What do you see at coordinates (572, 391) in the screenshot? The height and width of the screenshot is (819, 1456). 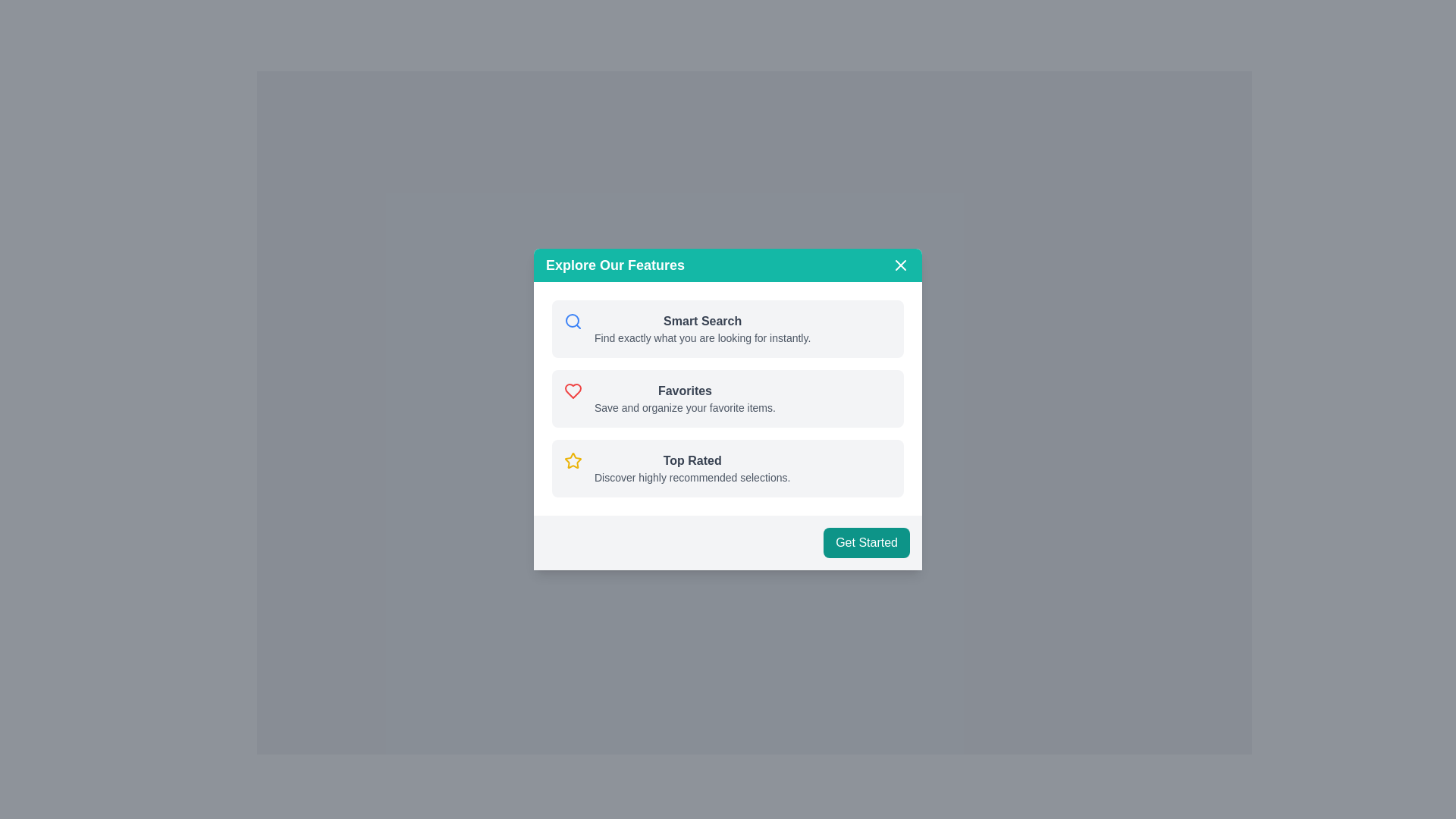 I see `the heart-shaped icon with a modern outlined design and red-colored border located in the 'Favorites' section of the popup interface` at bounding box center [572, 391].